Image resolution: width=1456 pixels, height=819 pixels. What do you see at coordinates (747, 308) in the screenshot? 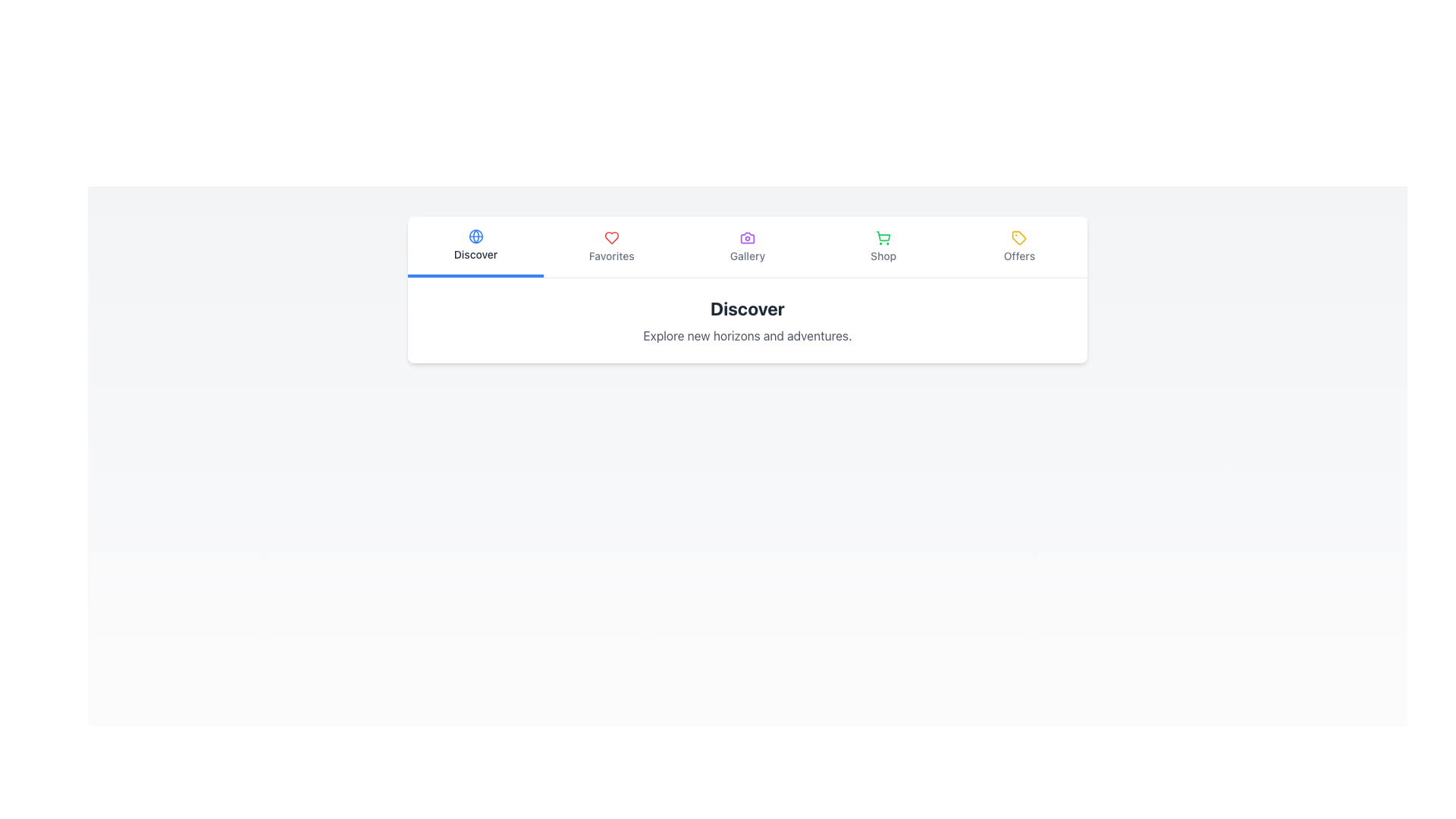
I see `the header text element that serves as the title or introduction of the section, positioned centrally below the navigation bar` at bounding box center [747, 308].